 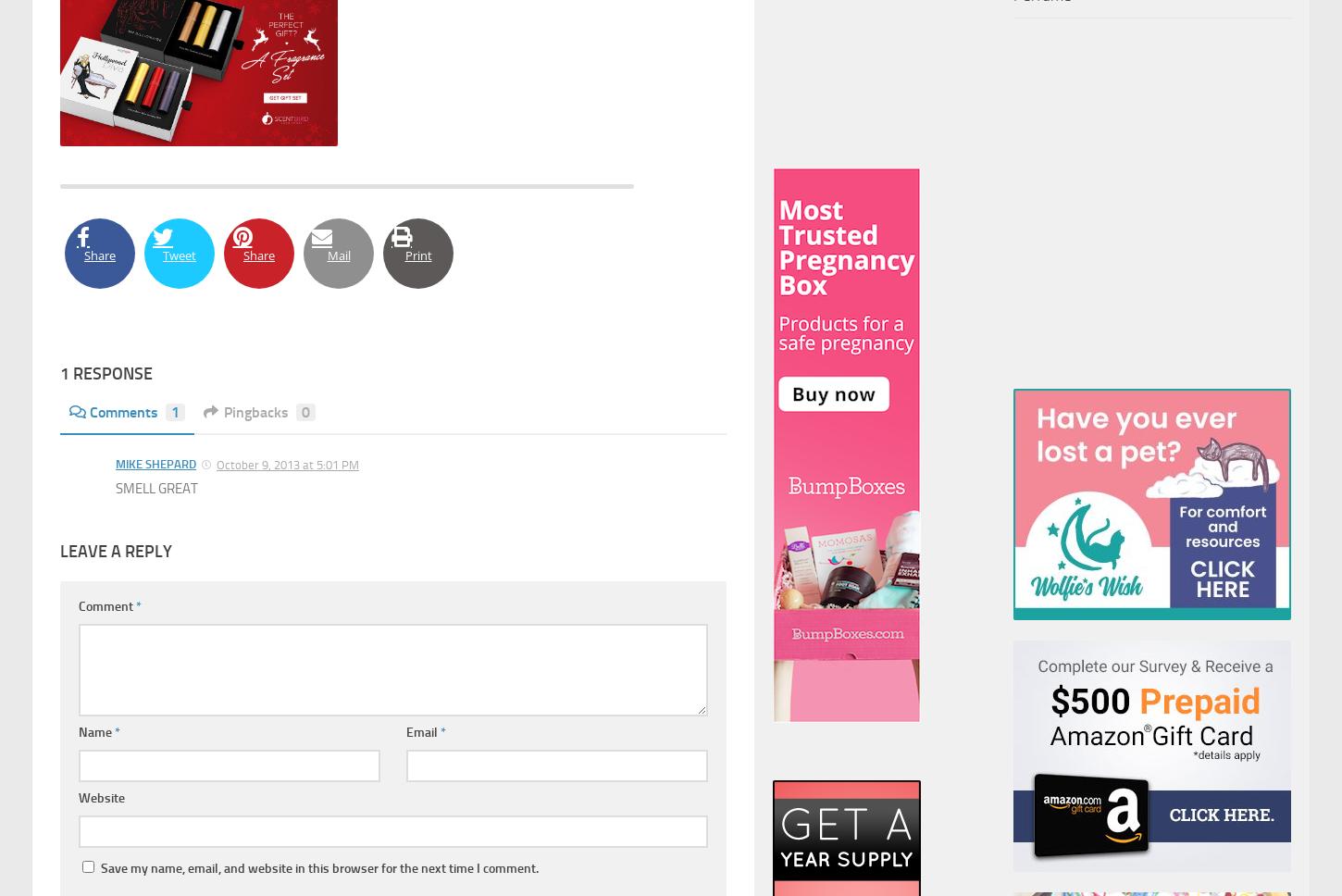 I want to click on 'Leave a Reply', so click(x=115, y=551).